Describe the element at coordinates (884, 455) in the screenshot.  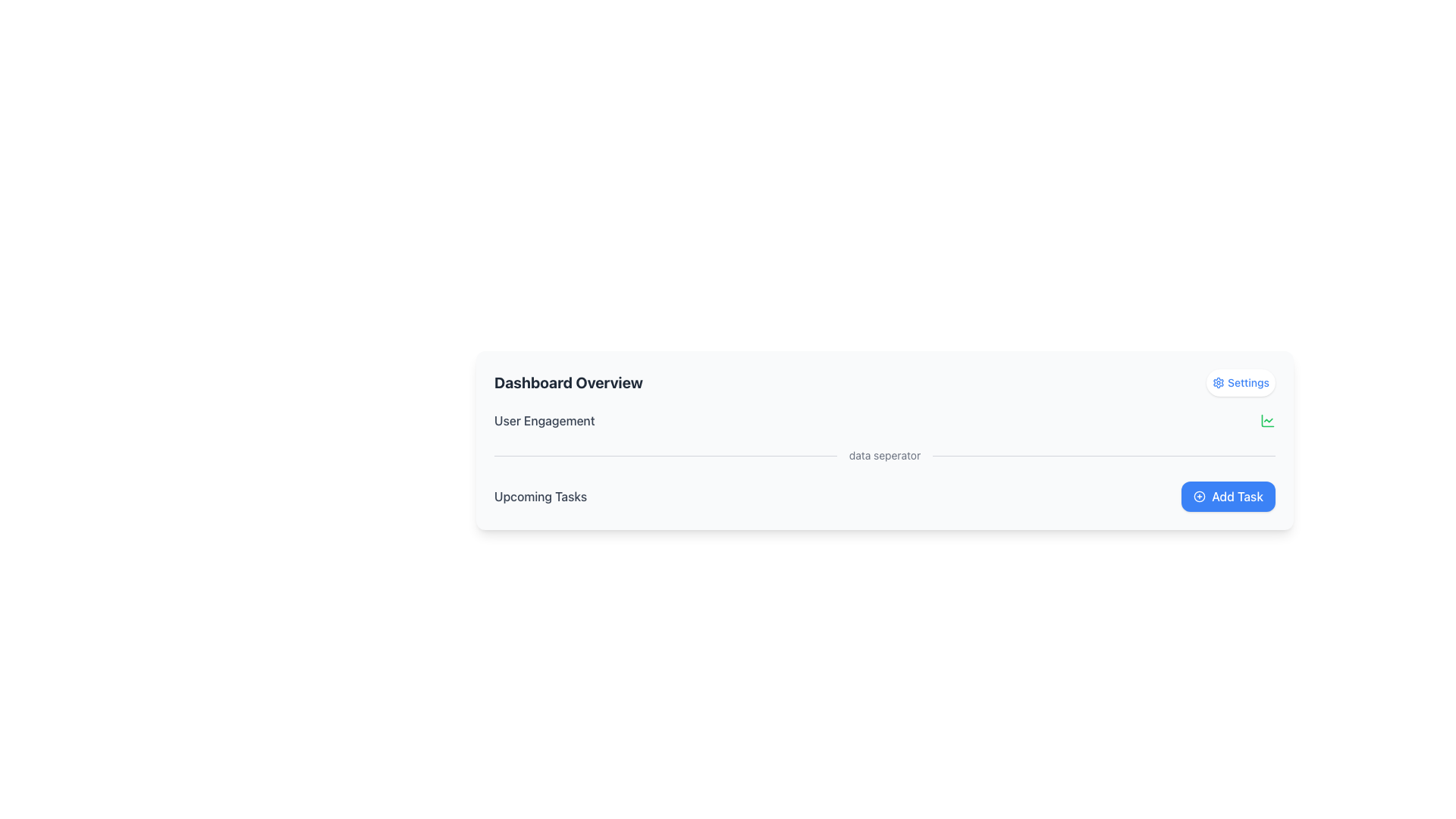
I see `the horizontal separator with the text 'data separator' that is visually distinct and centered between 'User Engagement' and 'Upcoming Tasks'` at that location.